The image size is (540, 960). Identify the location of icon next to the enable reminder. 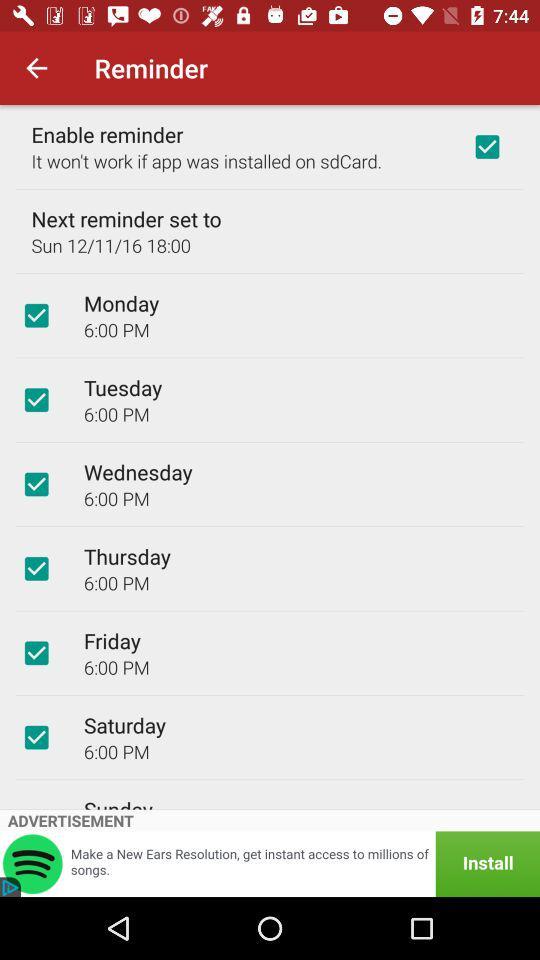
(486, 145).